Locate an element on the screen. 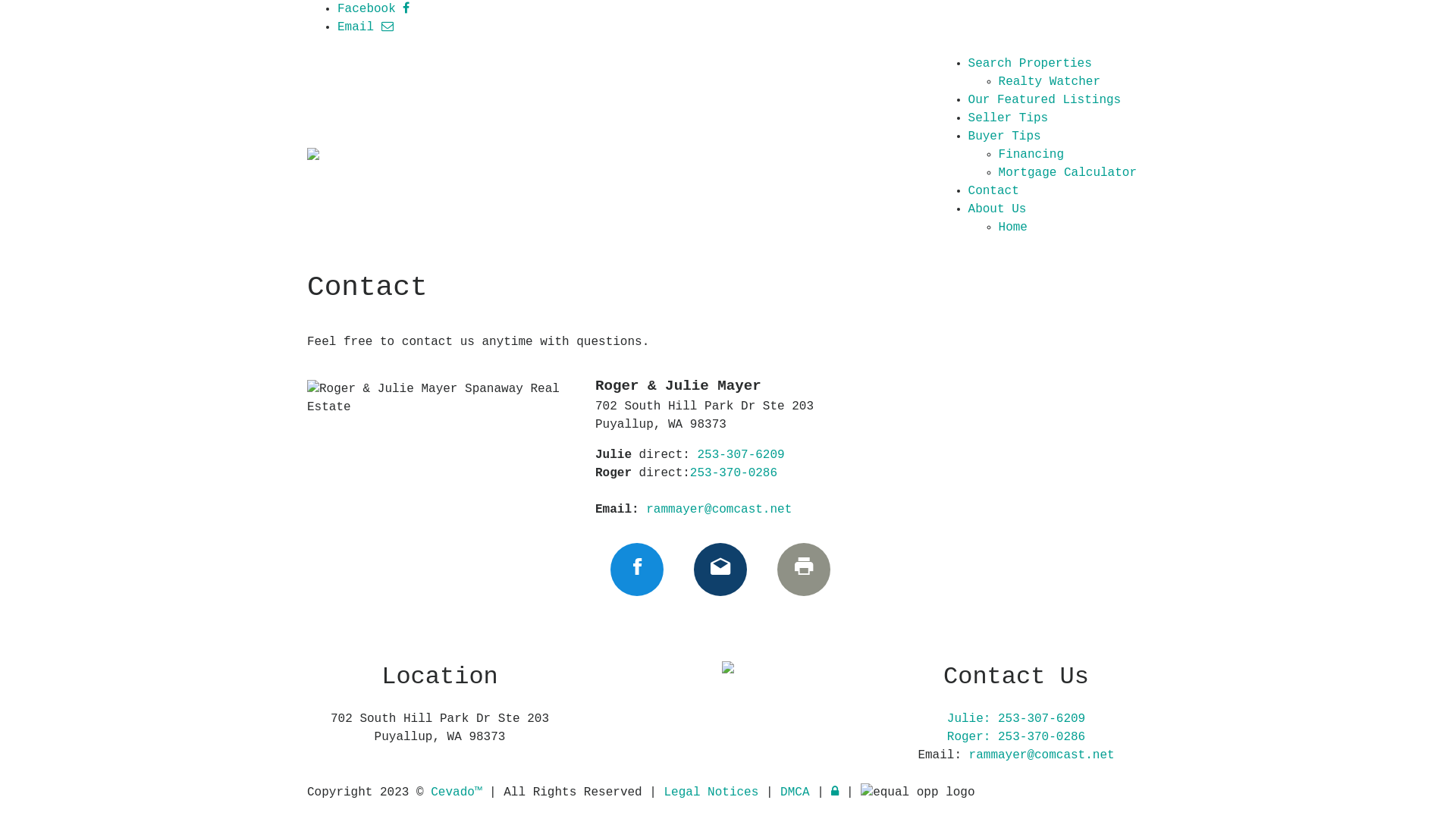  '253-370-0286' is located at coordinates (689, 472).